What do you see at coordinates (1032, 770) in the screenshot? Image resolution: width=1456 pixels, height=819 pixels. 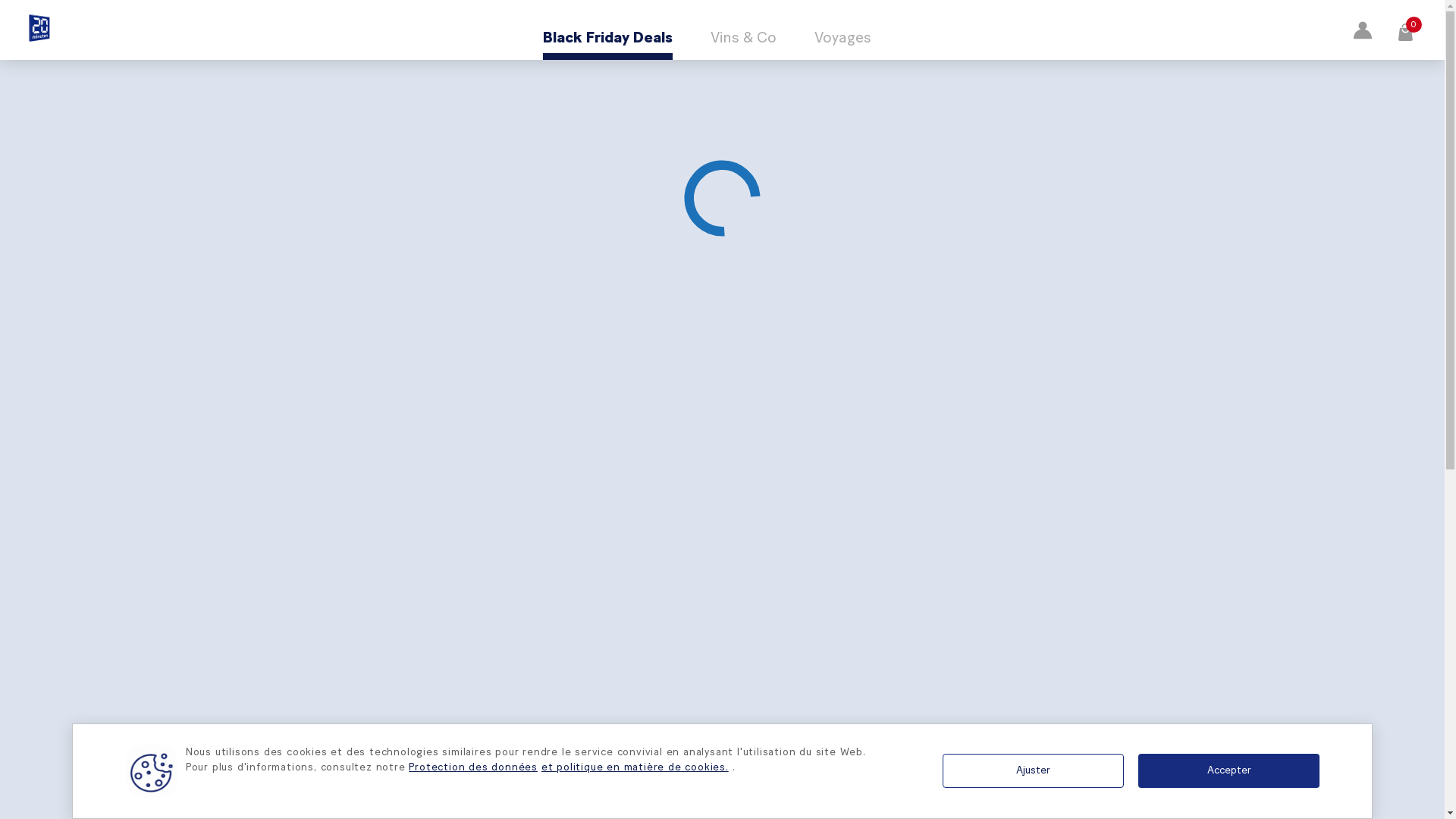 I see `'Ajuster'` at bounding box center [1032, 770].